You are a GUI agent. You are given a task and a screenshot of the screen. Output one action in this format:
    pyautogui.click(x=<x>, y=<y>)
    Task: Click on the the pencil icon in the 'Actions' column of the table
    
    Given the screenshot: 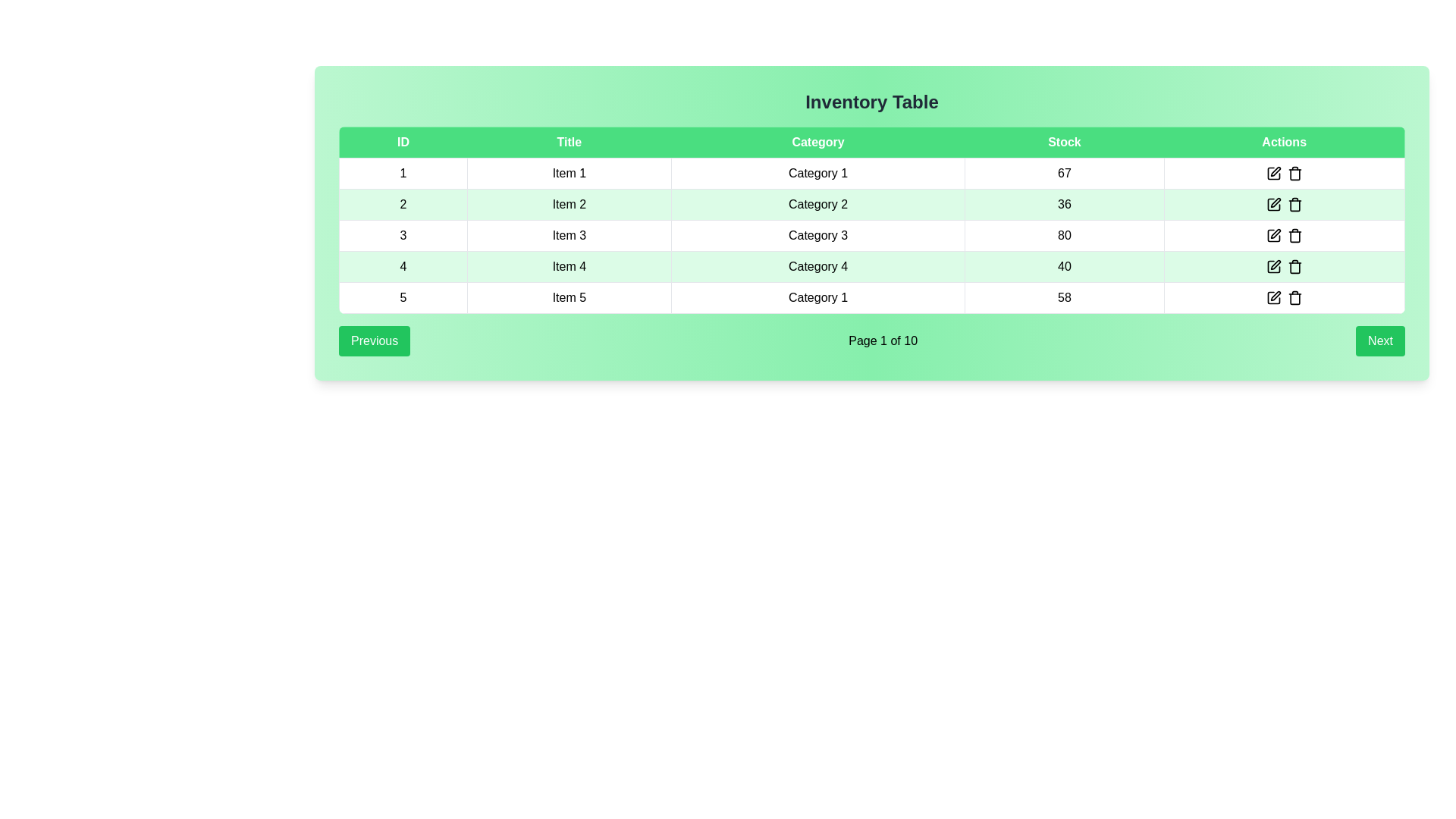 What is the action you would take?
    pyautogui.click(x=1284, y=172)
    